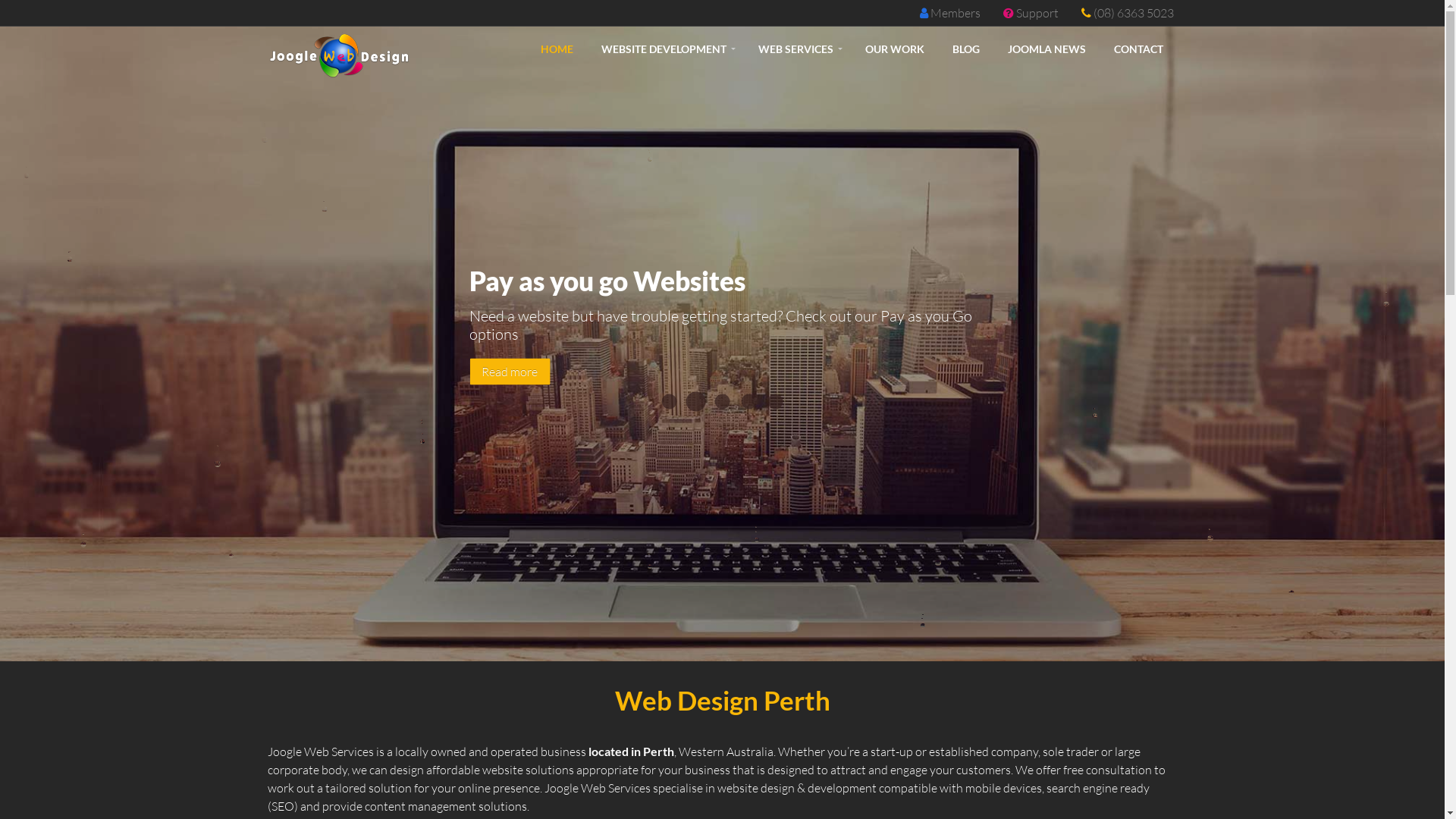  What do you see at coordinates (1137, 49) in the screenshot?
I see `'CONTACT'` at bounding box center [1137, 49].